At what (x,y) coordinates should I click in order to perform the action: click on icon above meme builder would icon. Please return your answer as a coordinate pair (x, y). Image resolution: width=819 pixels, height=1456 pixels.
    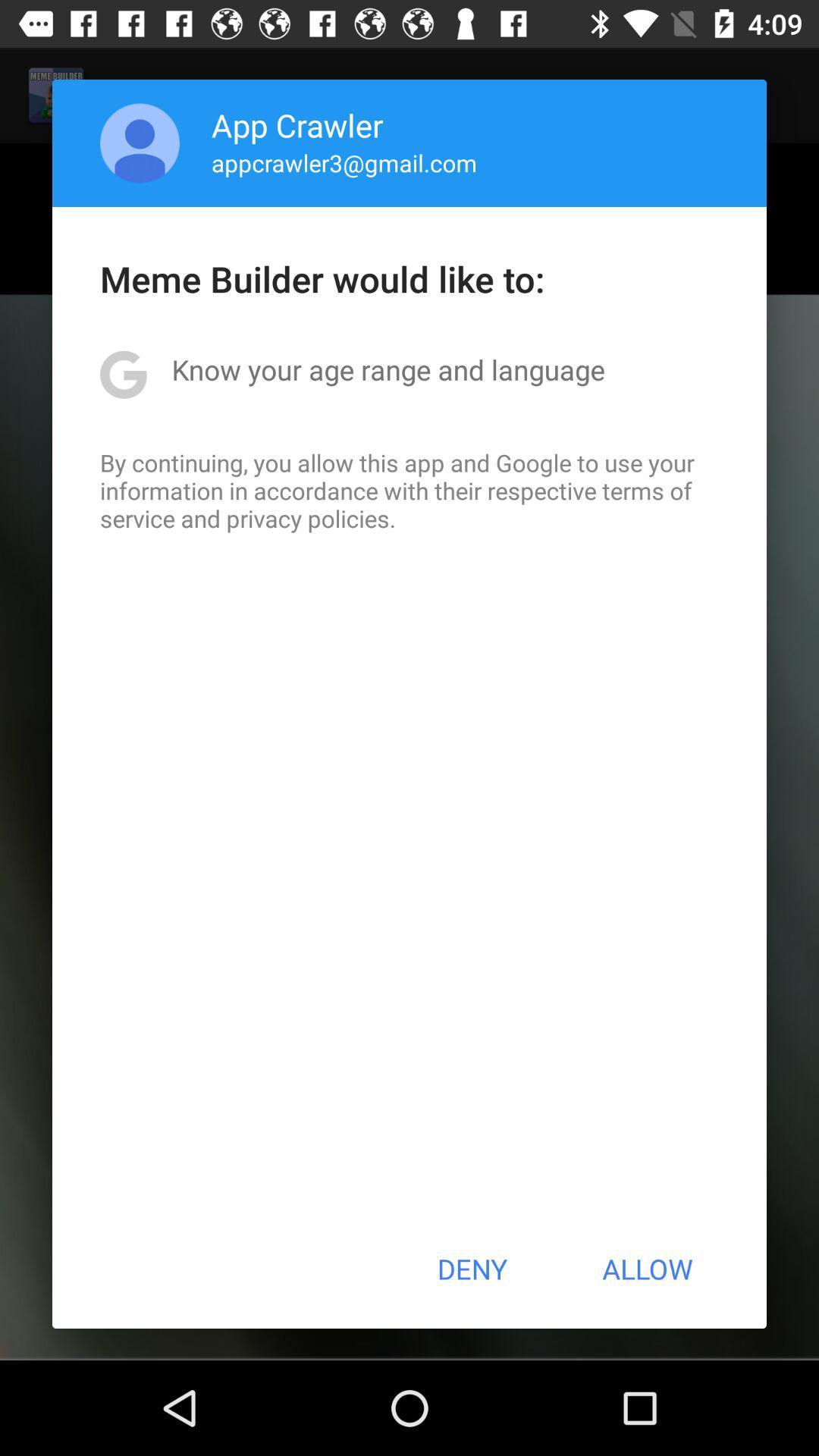
    Looking at the image, I should click on (140, 143).